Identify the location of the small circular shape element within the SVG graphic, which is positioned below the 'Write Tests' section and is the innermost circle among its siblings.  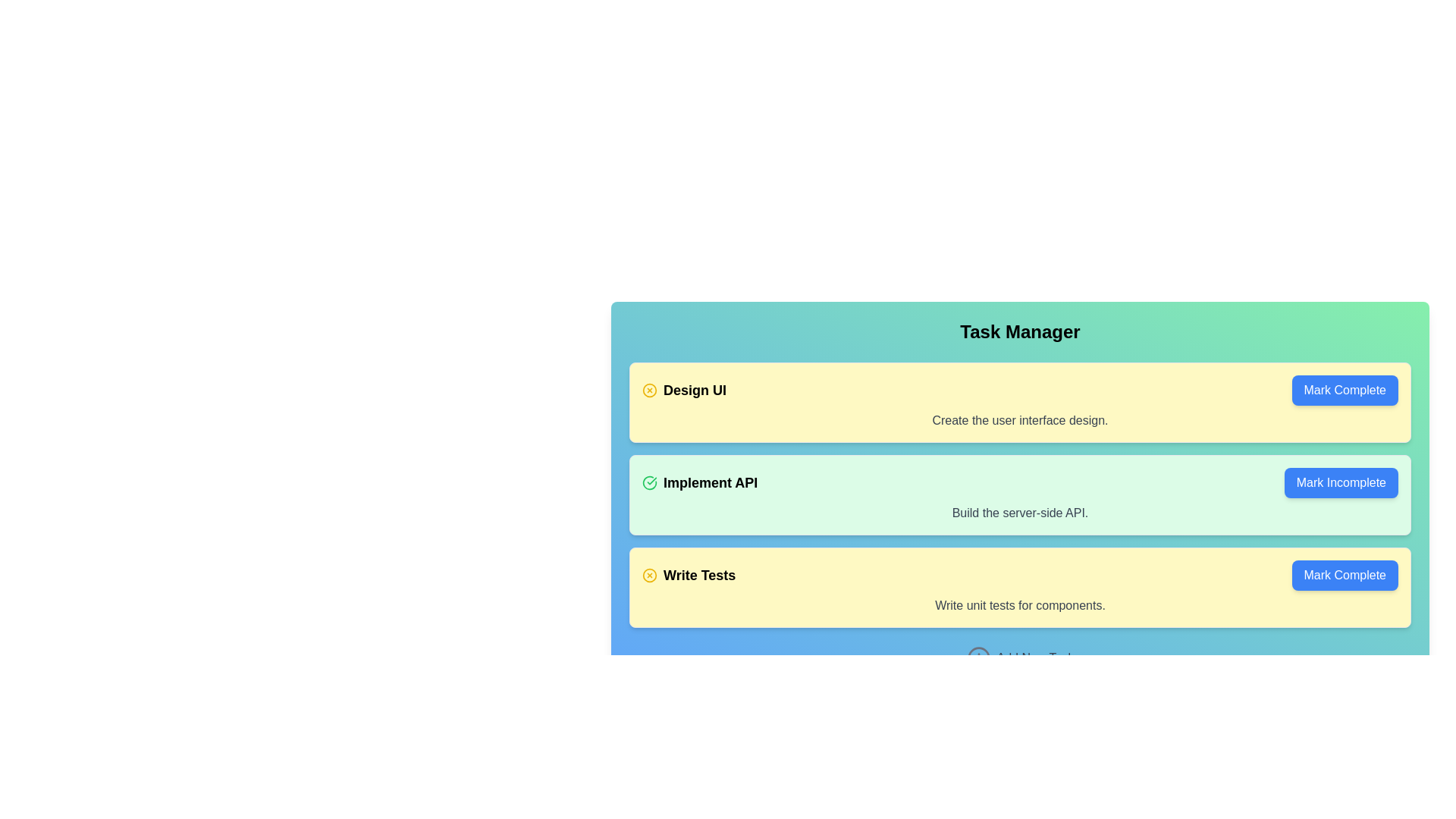
(978, 657).